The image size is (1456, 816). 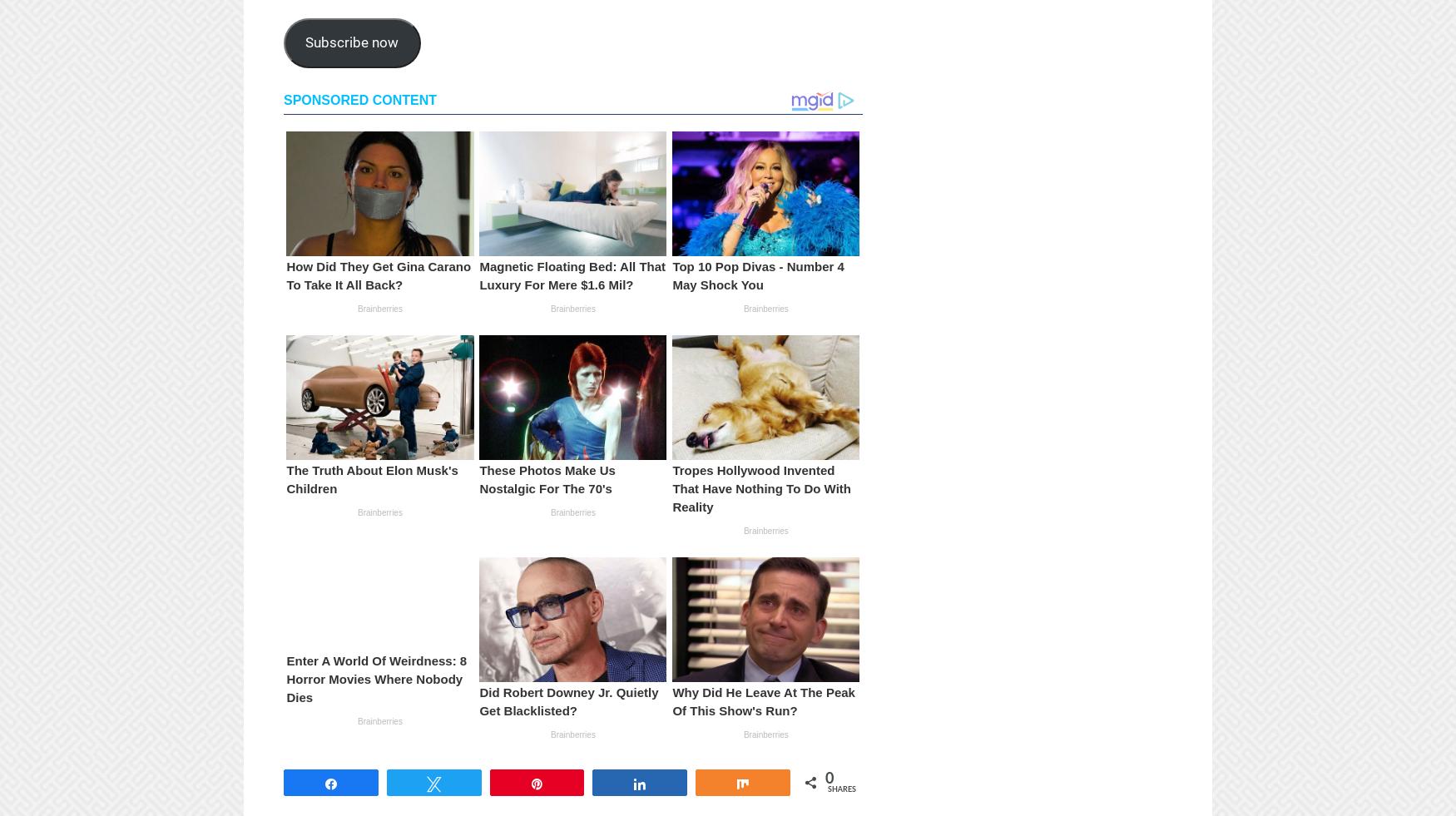 What do you see at coordinates (762, 700) in the screenshot?
I see `'Why Did He Leave At The Peak Of This Show's Run?'` at bounding box center [762, 700].